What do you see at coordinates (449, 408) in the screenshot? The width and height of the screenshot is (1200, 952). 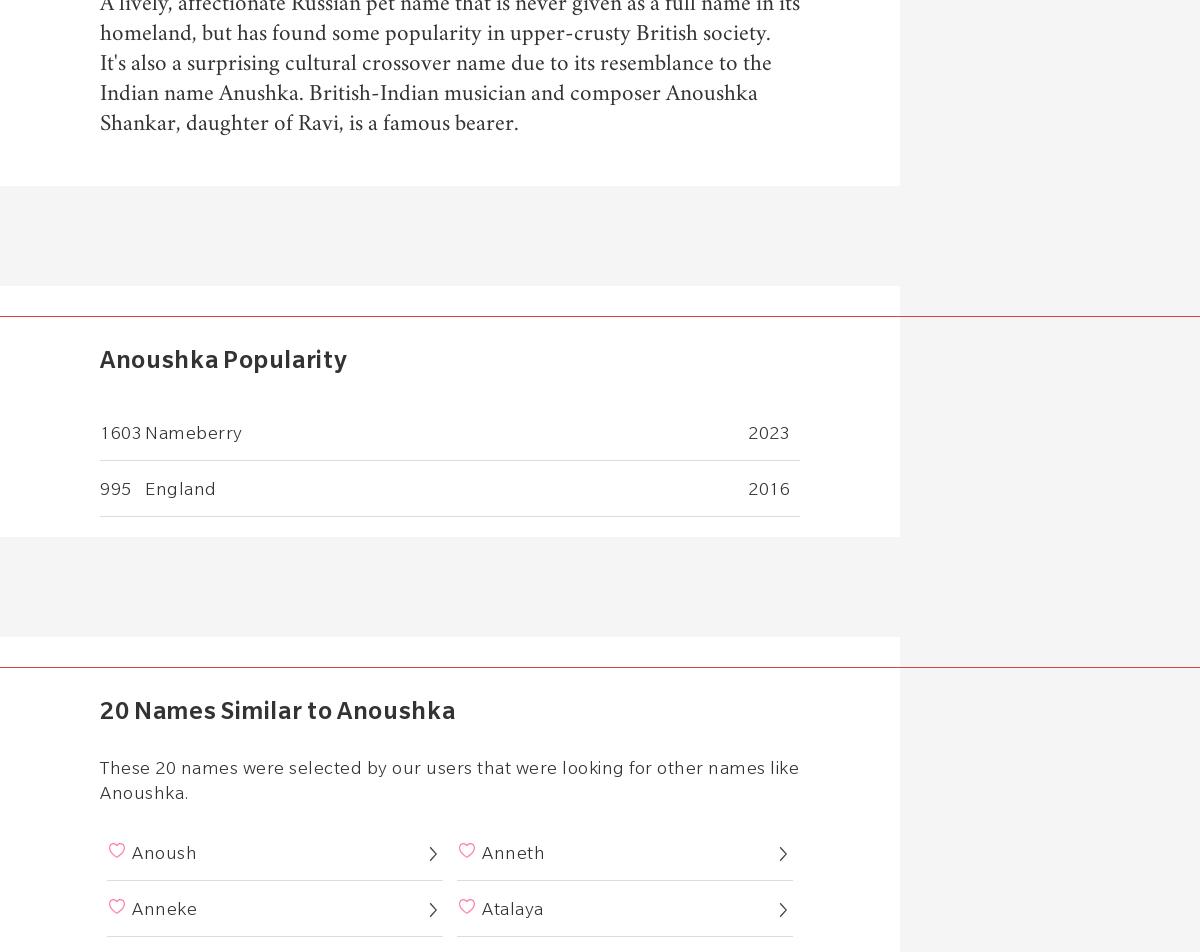 I see `'Create an account and you can create lists, keep track of favorites, and even be alerted when there is new content posted about a name.'` at bounding box center [449, 408].